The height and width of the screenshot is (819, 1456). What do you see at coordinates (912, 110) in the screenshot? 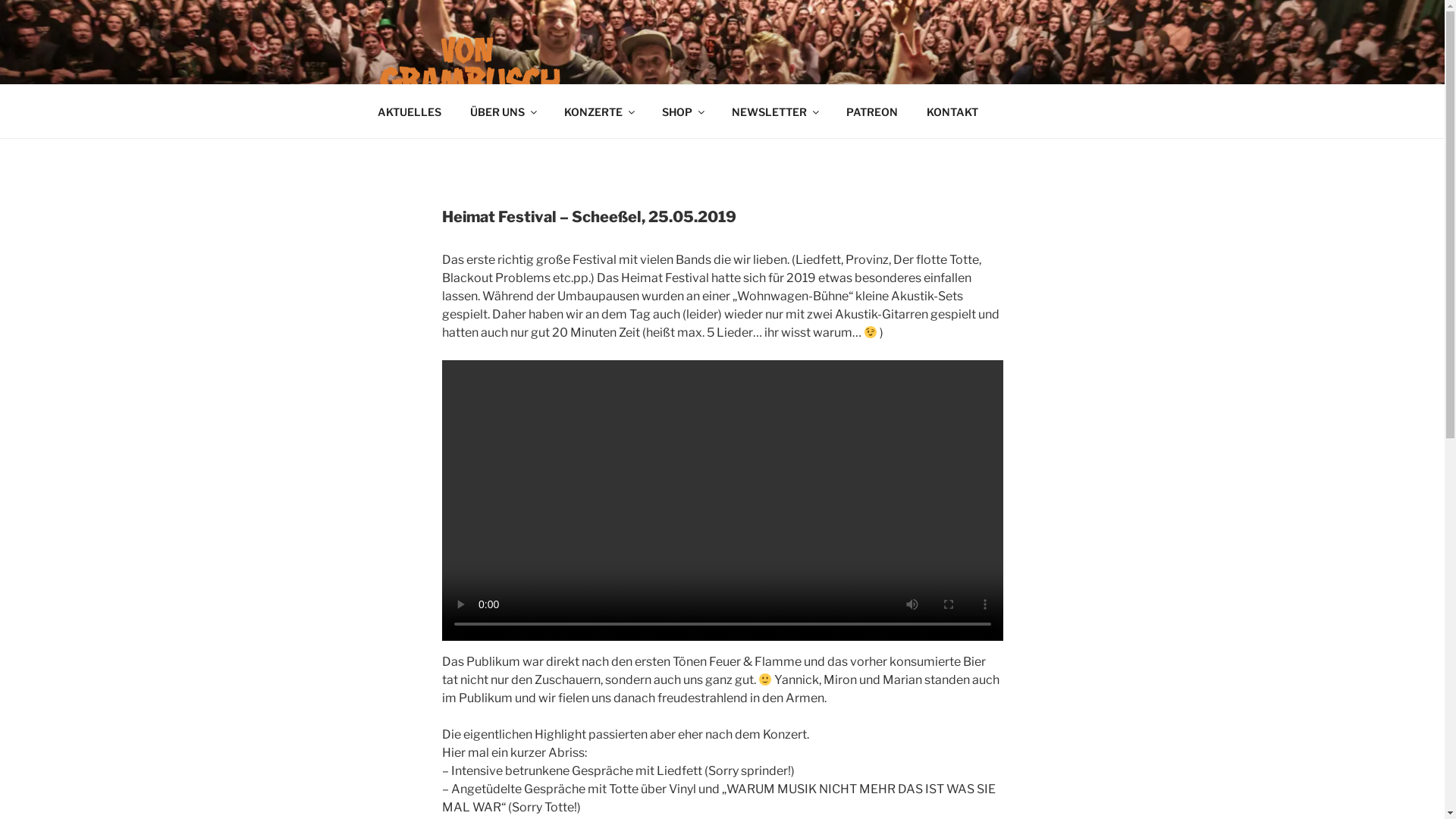
I see `'KONTAKT'` at bounding box center [912, 110].